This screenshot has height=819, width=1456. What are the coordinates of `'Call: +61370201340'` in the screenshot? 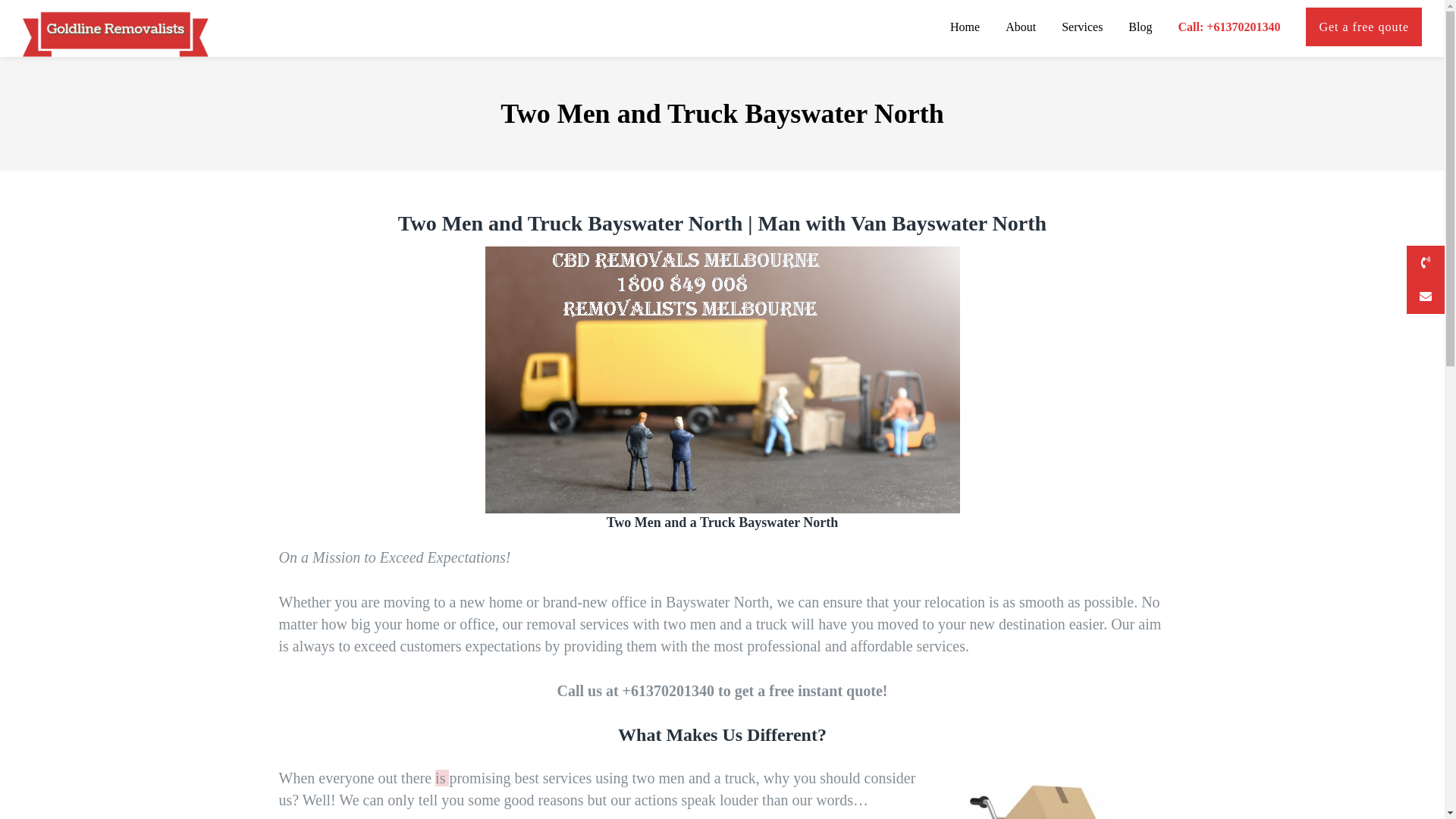 It's located at (1228, 28).